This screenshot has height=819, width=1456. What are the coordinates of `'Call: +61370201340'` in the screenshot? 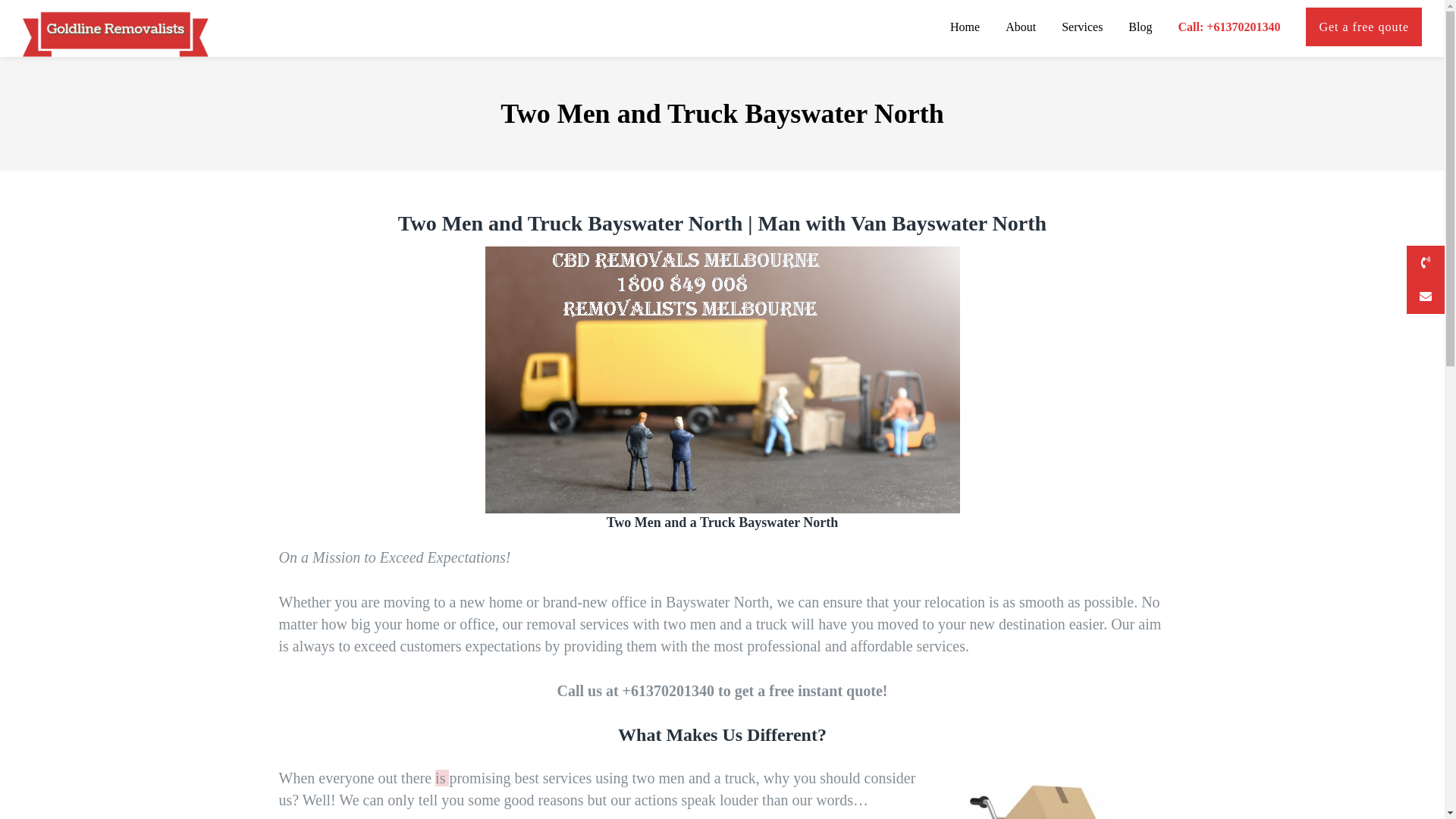 It's located at (1228, 28).